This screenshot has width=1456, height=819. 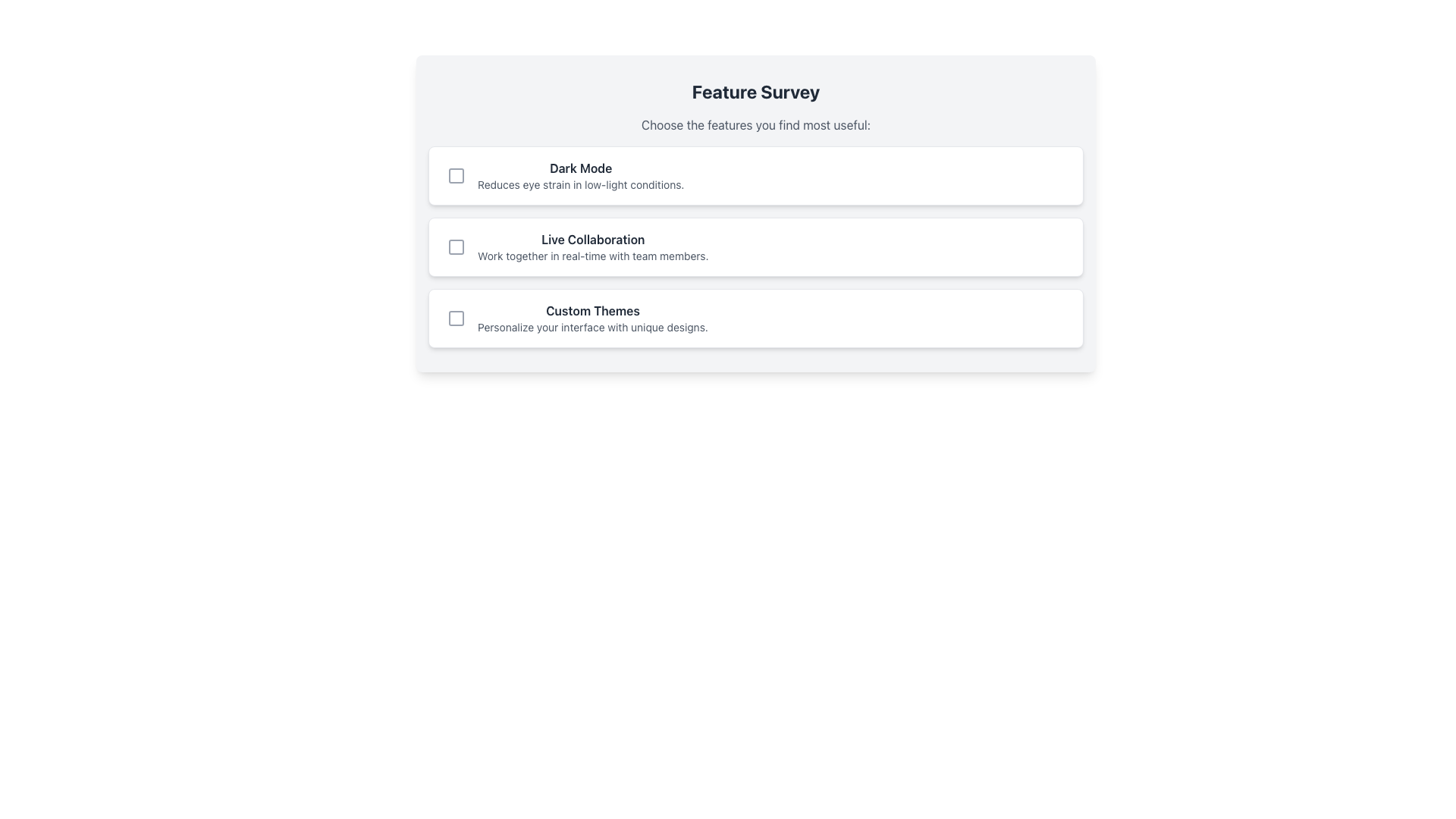 I want to click on the checkbox for 'Dark Mode', which functions as a toggle option for selecting or deselecting this feature, so click(x=455, y=174).